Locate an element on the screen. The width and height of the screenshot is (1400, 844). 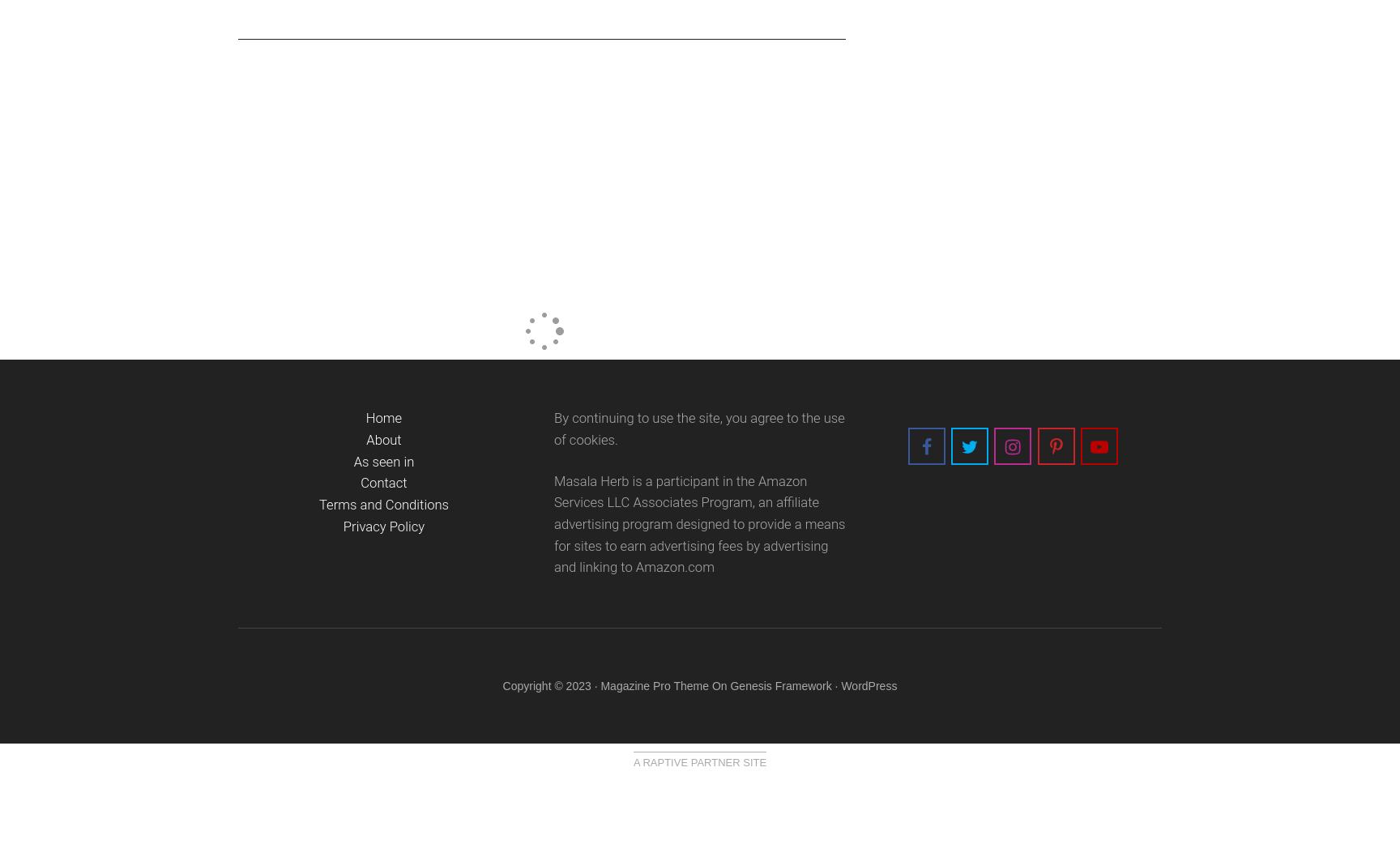
'As seen in' is located at coordinates (383, 460).